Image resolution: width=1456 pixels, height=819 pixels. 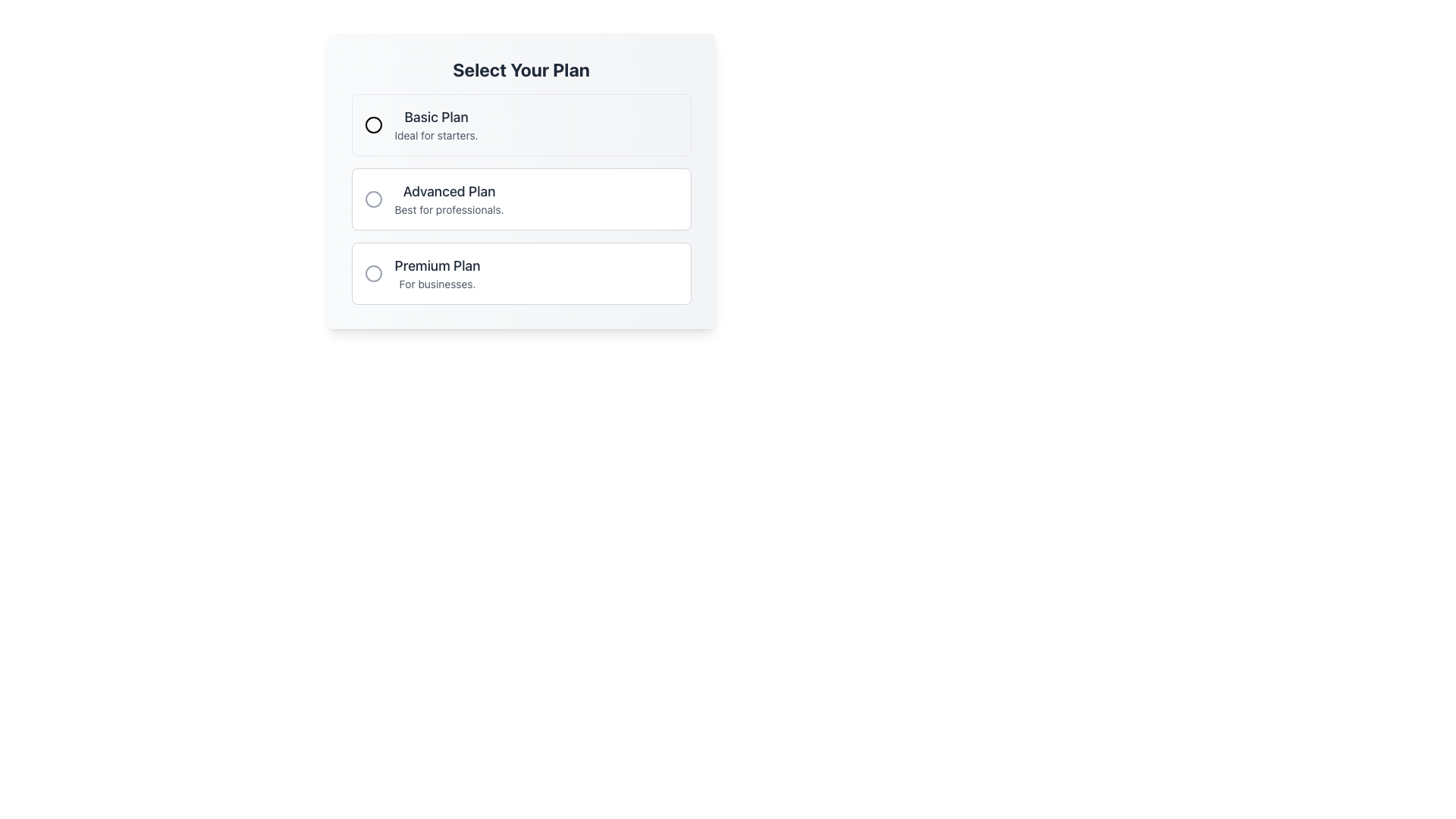 What do you see at coordinates (448, 191) in the screenshot?
I see `text label that says 'Advanced Plan', which is styled with a large font size, medium-weight typography, and dark gray color, located between the 'Basic Plan' and 'Premium Plan' options in the selection interface` at bounding box center [448, 191].